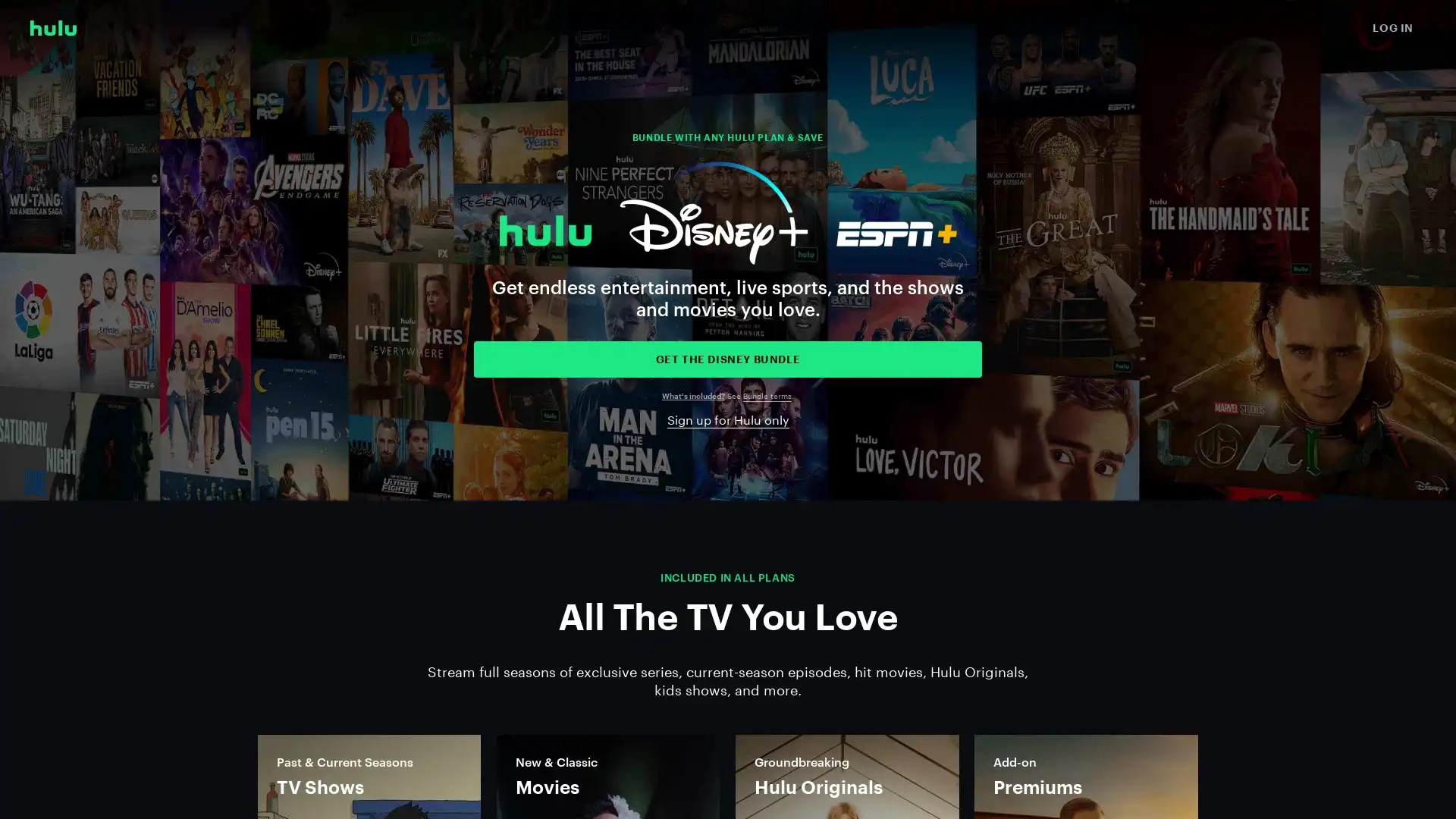 The width and height of the screenshot is (1456, 819). Describe the element at coordinates (692, 394) in the screenshot. I see `What's included?` at that location.